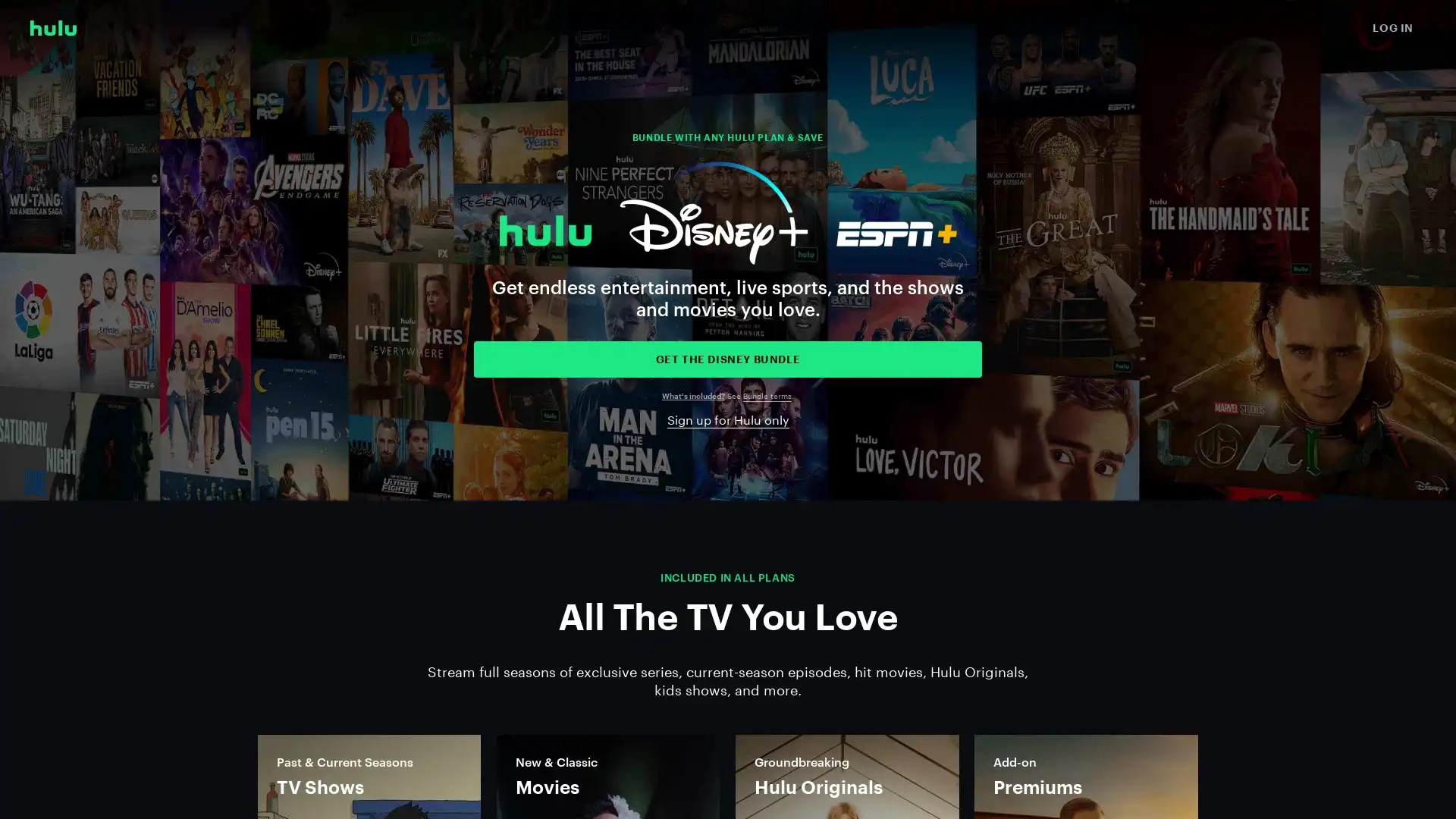 The width and height of the screenshot is (1456, 819). Describe the element at coordinates (692, 394) in the screenshot. I see `What's included?` at that location.